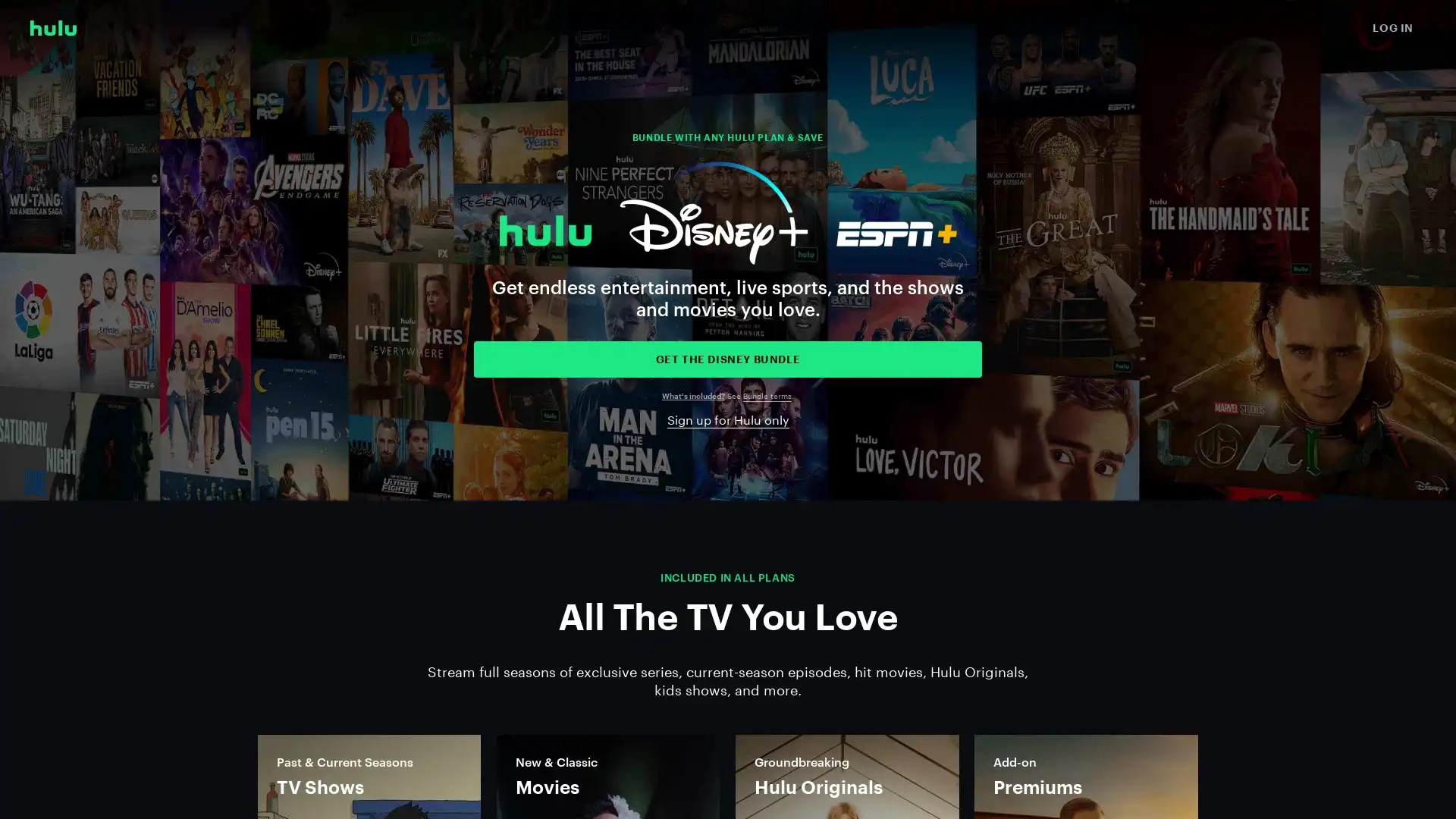 The width and height of the screenshot is (1456, 819). Describe the element at coordinates (692, 394) in the screenshot. I see `What's included?` at that location.